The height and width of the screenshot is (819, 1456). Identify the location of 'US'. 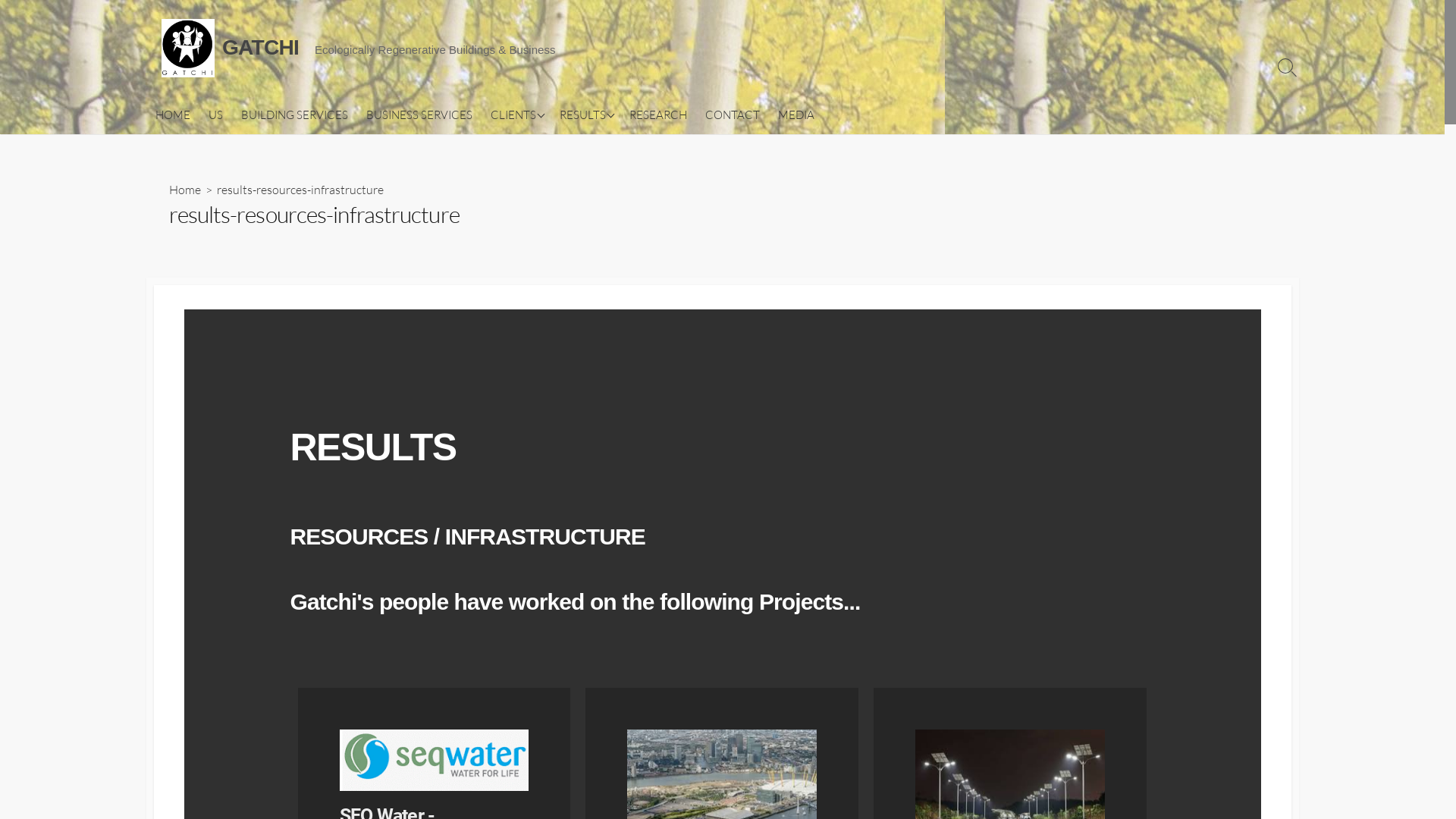
(214, 114).